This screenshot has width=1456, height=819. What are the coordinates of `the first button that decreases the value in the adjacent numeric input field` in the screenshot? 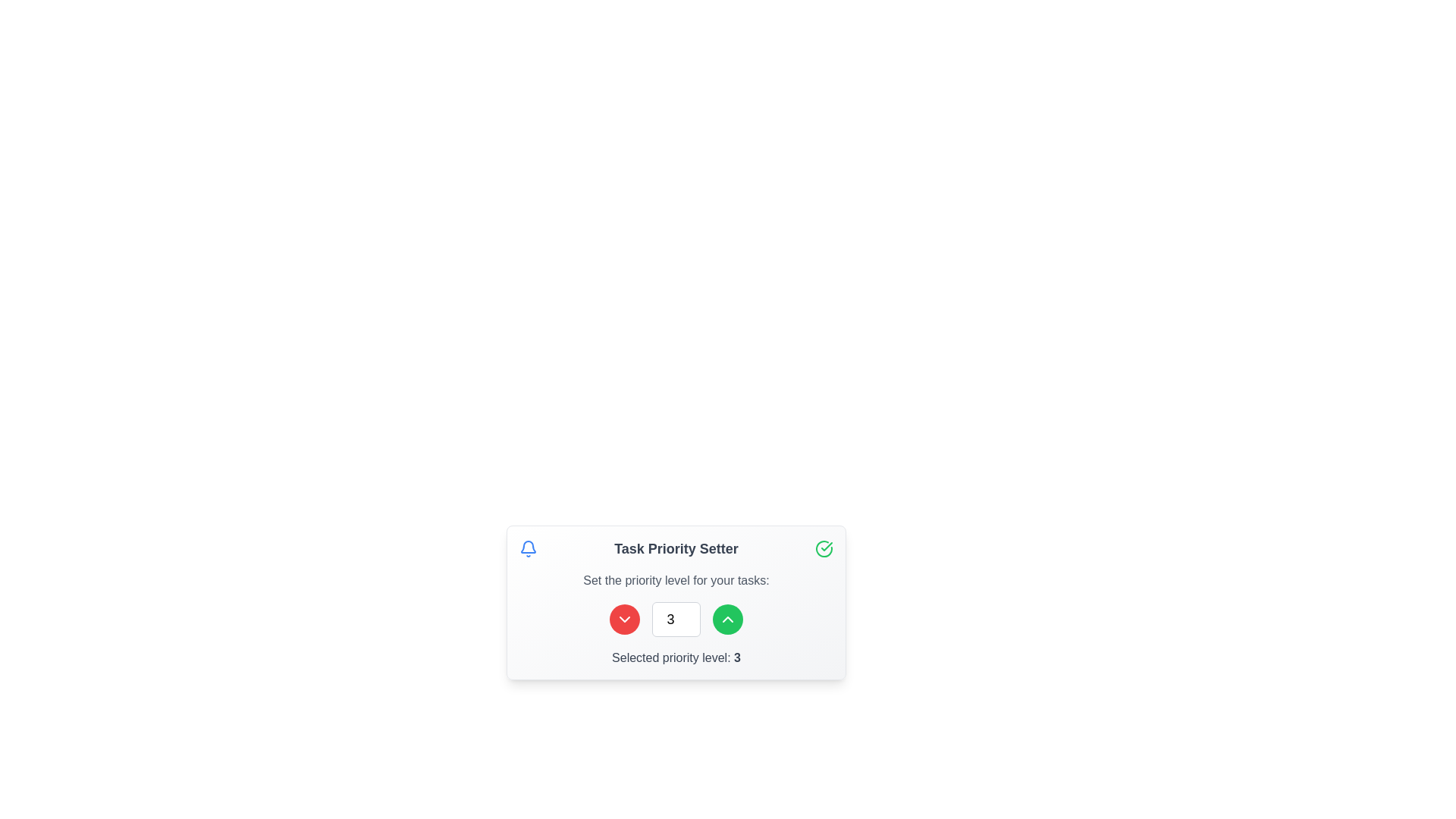 It's located at (625, 620).